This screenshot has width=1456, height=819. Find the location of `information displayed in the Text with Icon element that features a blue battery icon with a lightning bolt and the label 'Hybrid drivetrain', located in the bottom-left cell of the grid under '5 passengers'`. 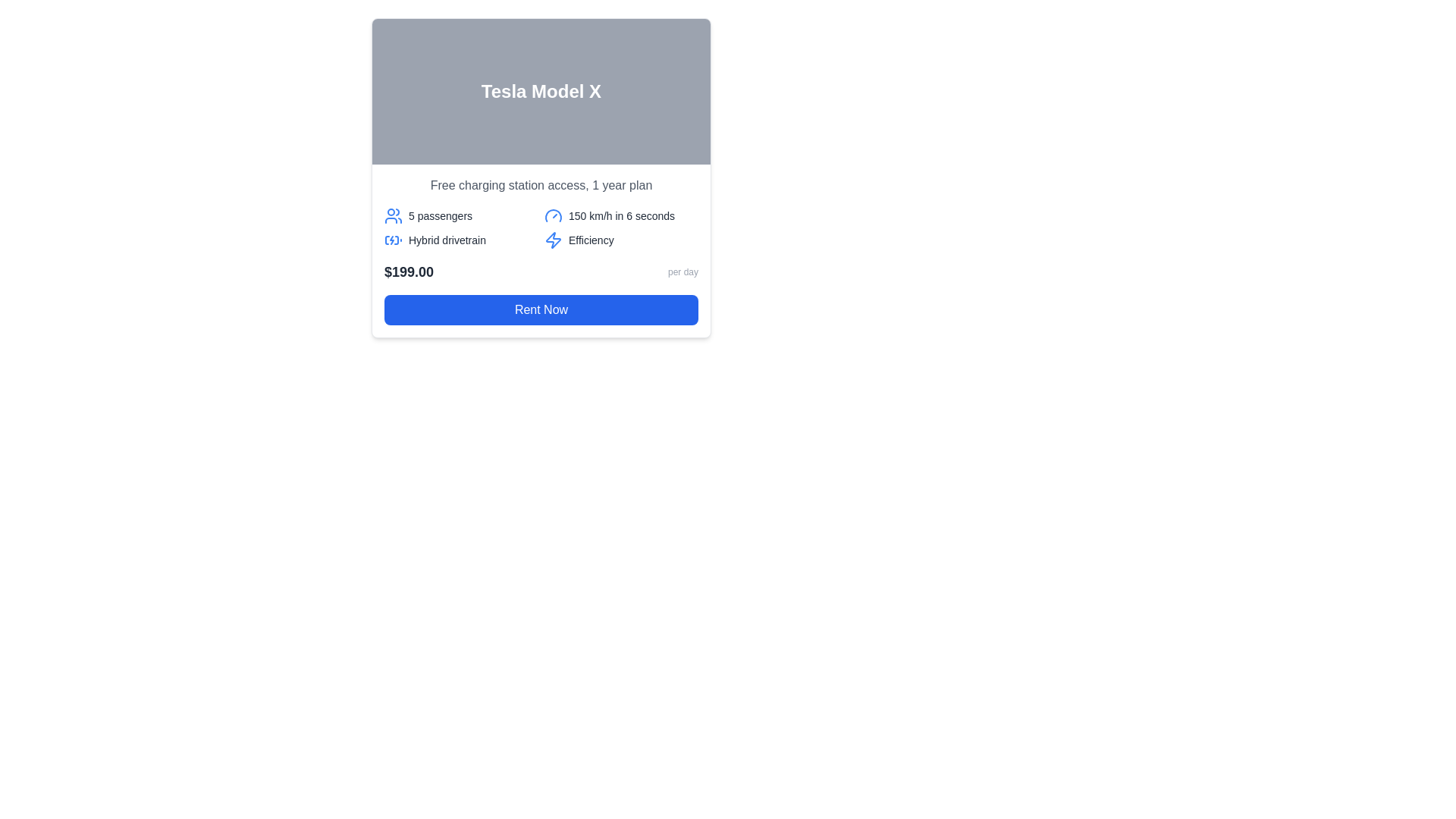

information displayed in the Text with Icon element that features a blue battery icon with a lightning bolt and the label 'Hybrid drivetrain', located in the bottom-left cell of the grid under '5 passengers' is located at coordinates (460, 239).